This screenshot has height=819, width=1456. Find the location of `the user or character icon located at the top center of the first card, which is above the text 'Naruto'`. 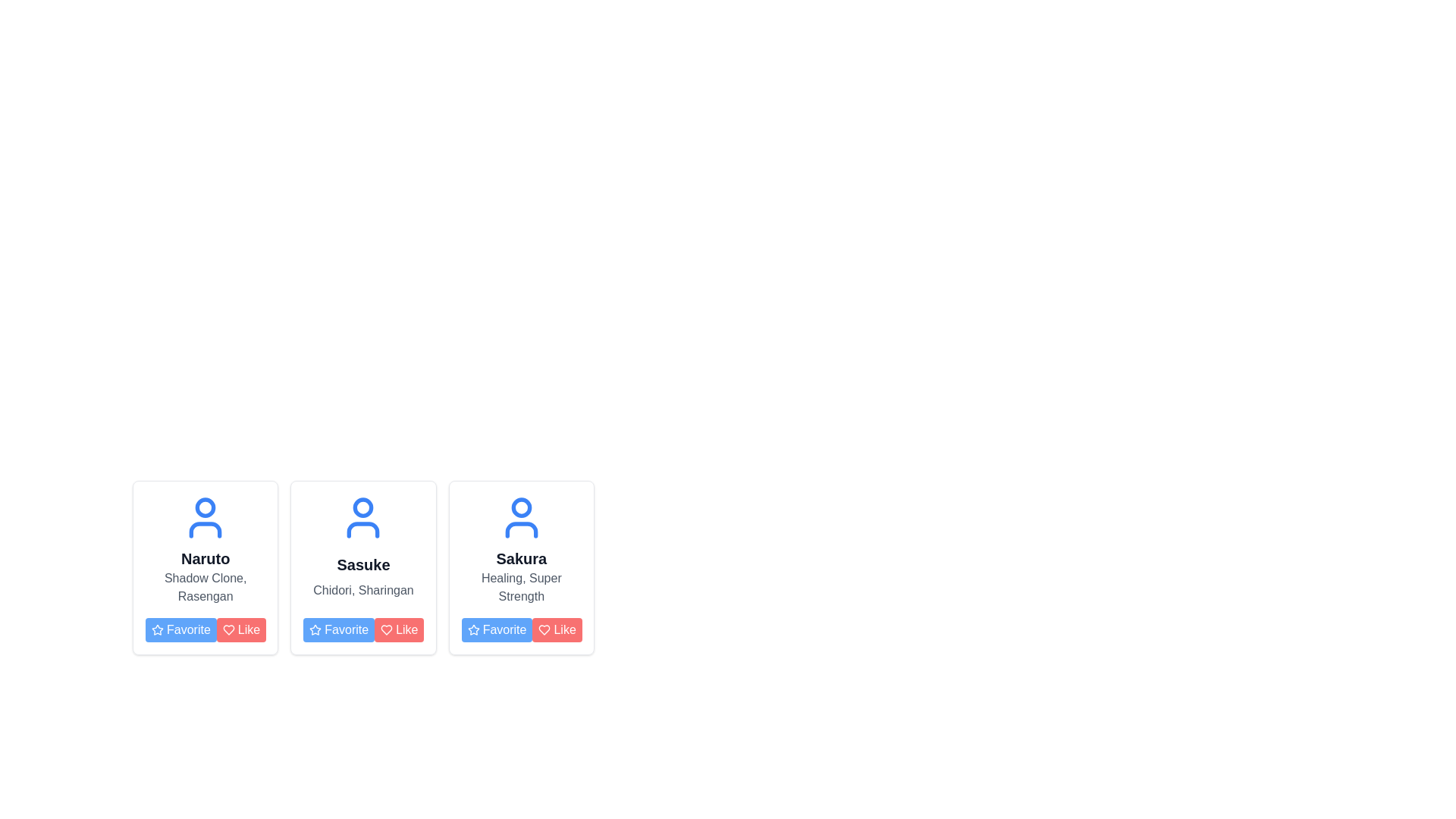

the user or character icon located at the top center of the first card, which is above the text 'Naruto' is located at coordinates (205, 516).